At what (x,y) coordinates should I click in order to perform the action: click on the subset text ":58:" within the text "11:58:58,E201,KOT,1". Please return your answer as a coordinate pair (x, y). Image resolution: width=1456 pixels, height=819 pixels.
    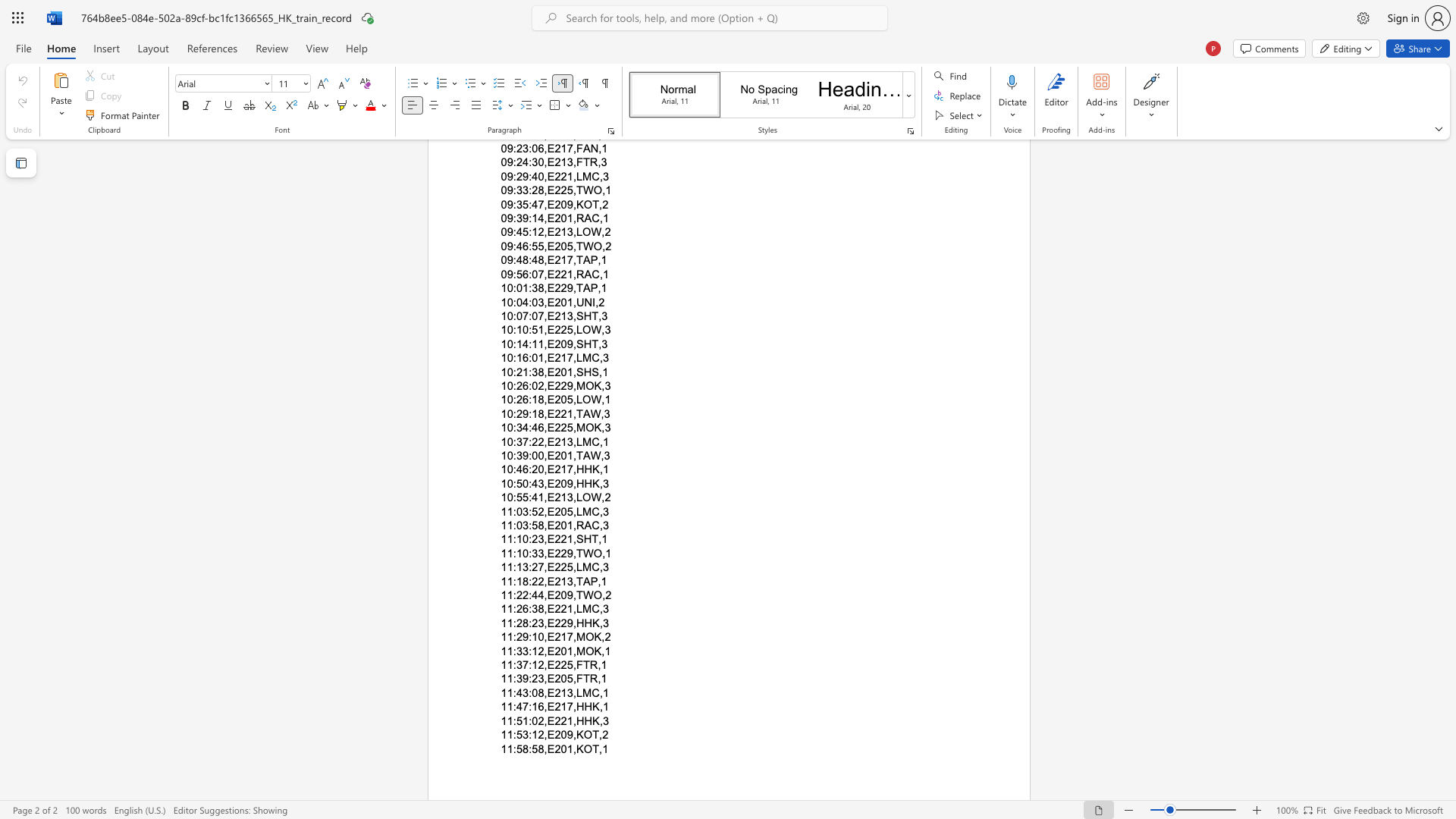
    Looking at the image, I should click on (513, 748).